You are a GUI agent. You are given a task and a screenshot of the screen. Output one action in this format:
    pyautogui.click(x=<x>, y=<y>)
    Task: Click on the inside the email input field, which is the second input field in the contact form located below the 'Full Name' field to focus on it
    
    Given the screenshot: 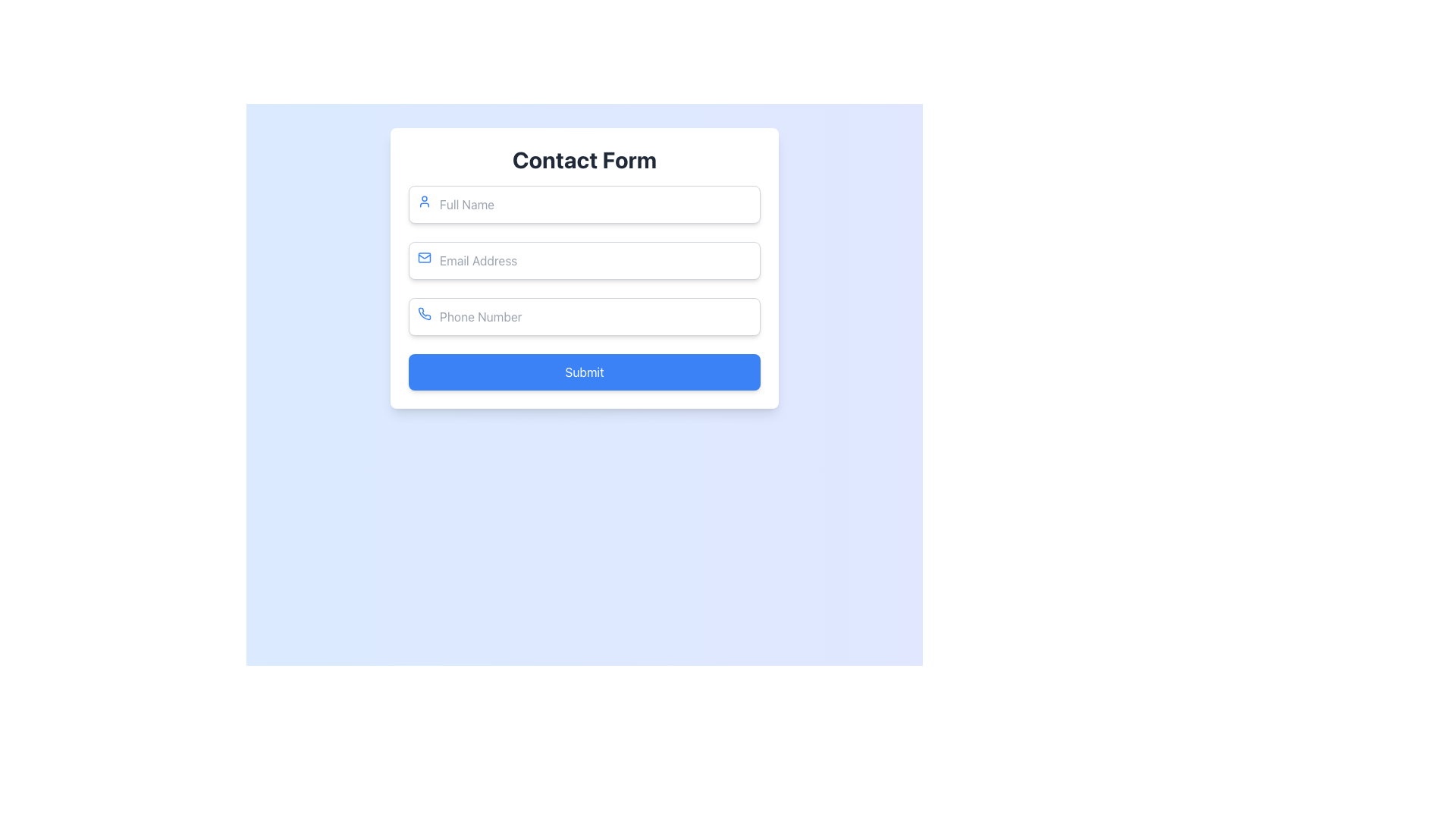 What is the action you would take?
    pyautogui.click(x=584, y=259)
    